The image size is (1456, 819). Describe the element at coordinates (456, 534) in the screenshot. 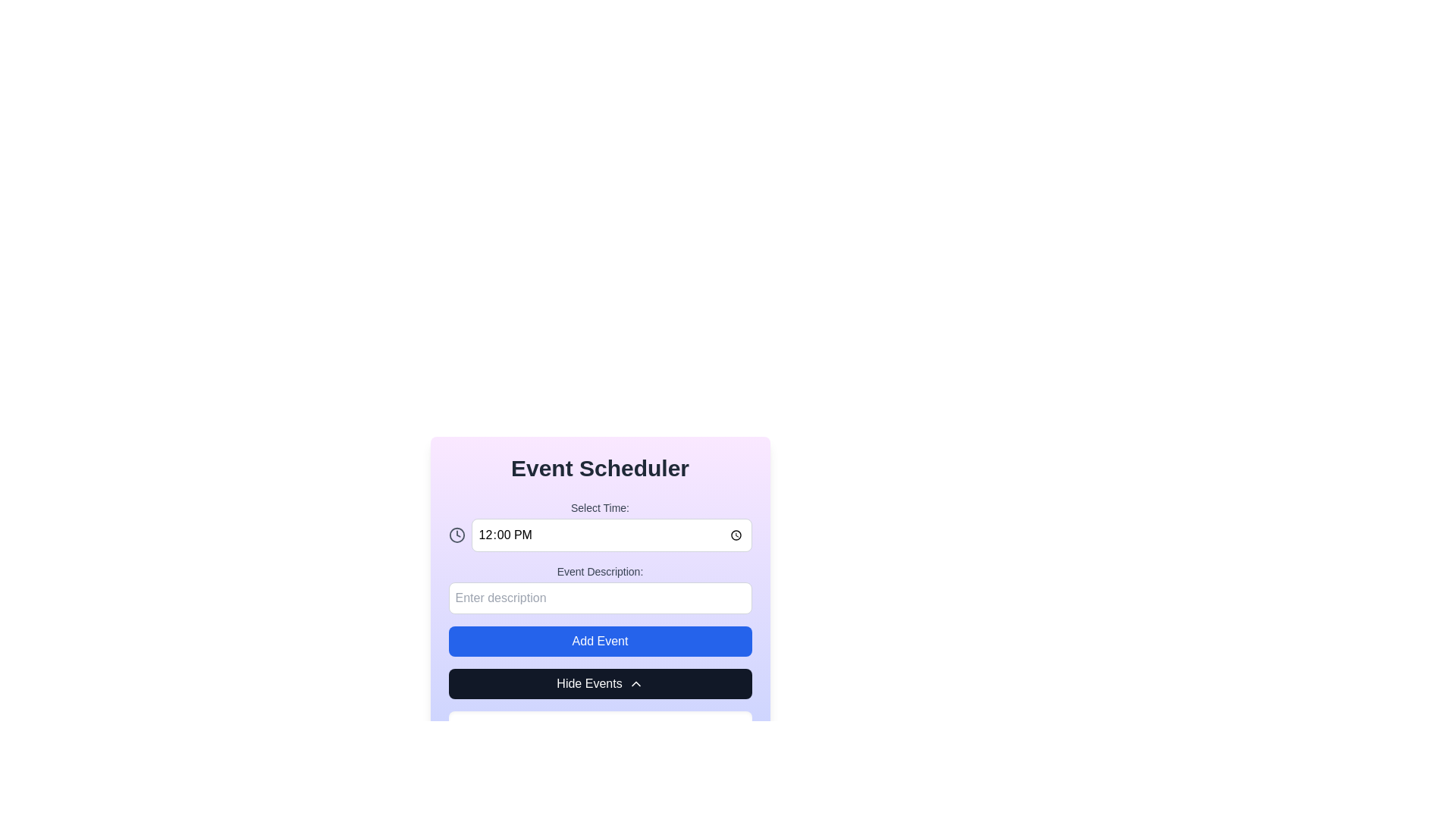

I see `the circular graphic element with a dark gray border within the SVG clock icon in the Event Scheduler interface` at that location.